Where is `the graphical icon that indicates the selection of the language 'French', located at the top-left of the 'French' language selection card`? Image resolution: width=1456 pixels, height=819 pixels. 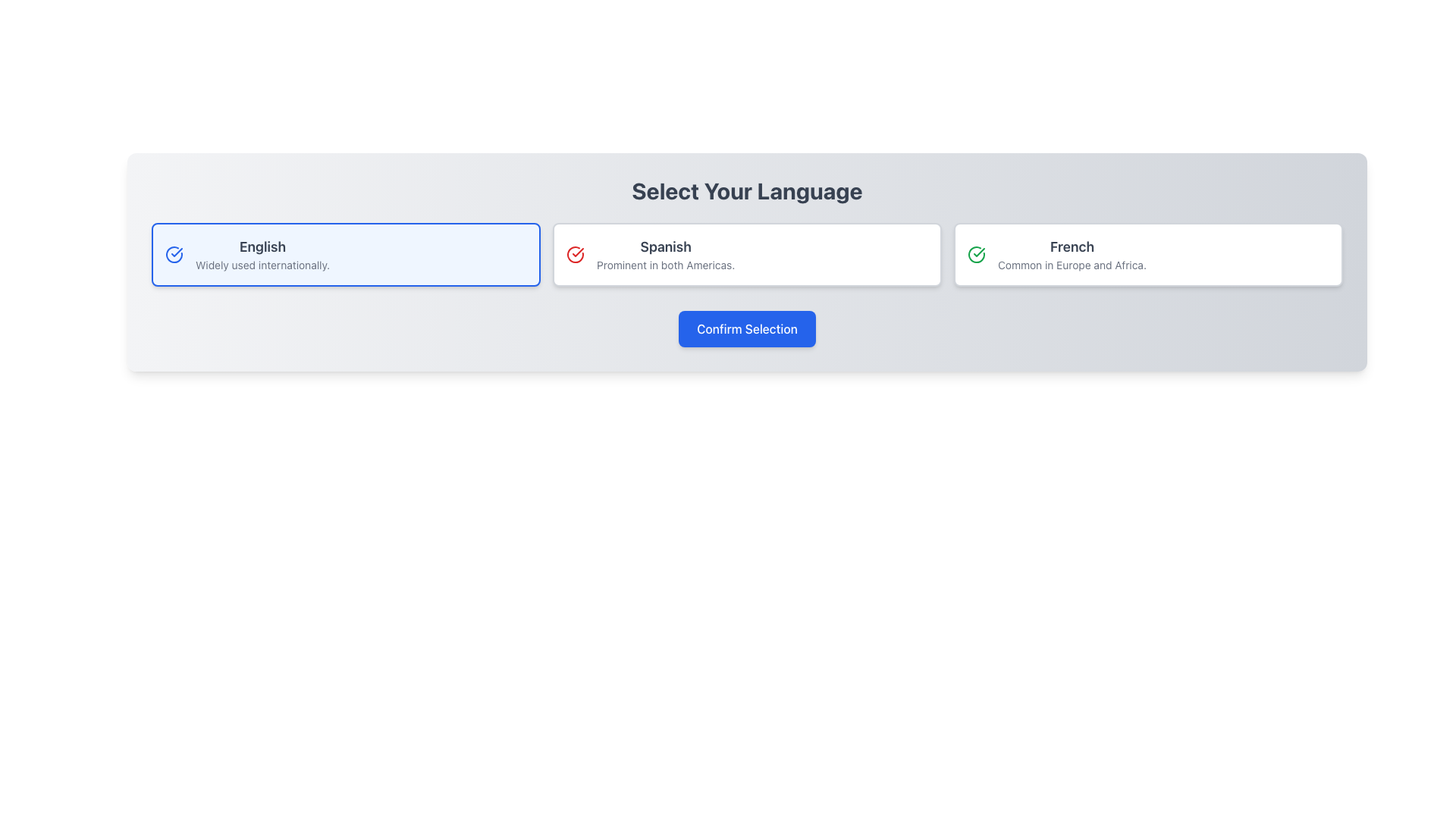
the graphical icon that indicates the selection of the language 'French', located at the top-left of the 'French' language selection card is located at coordinates (976, 253).